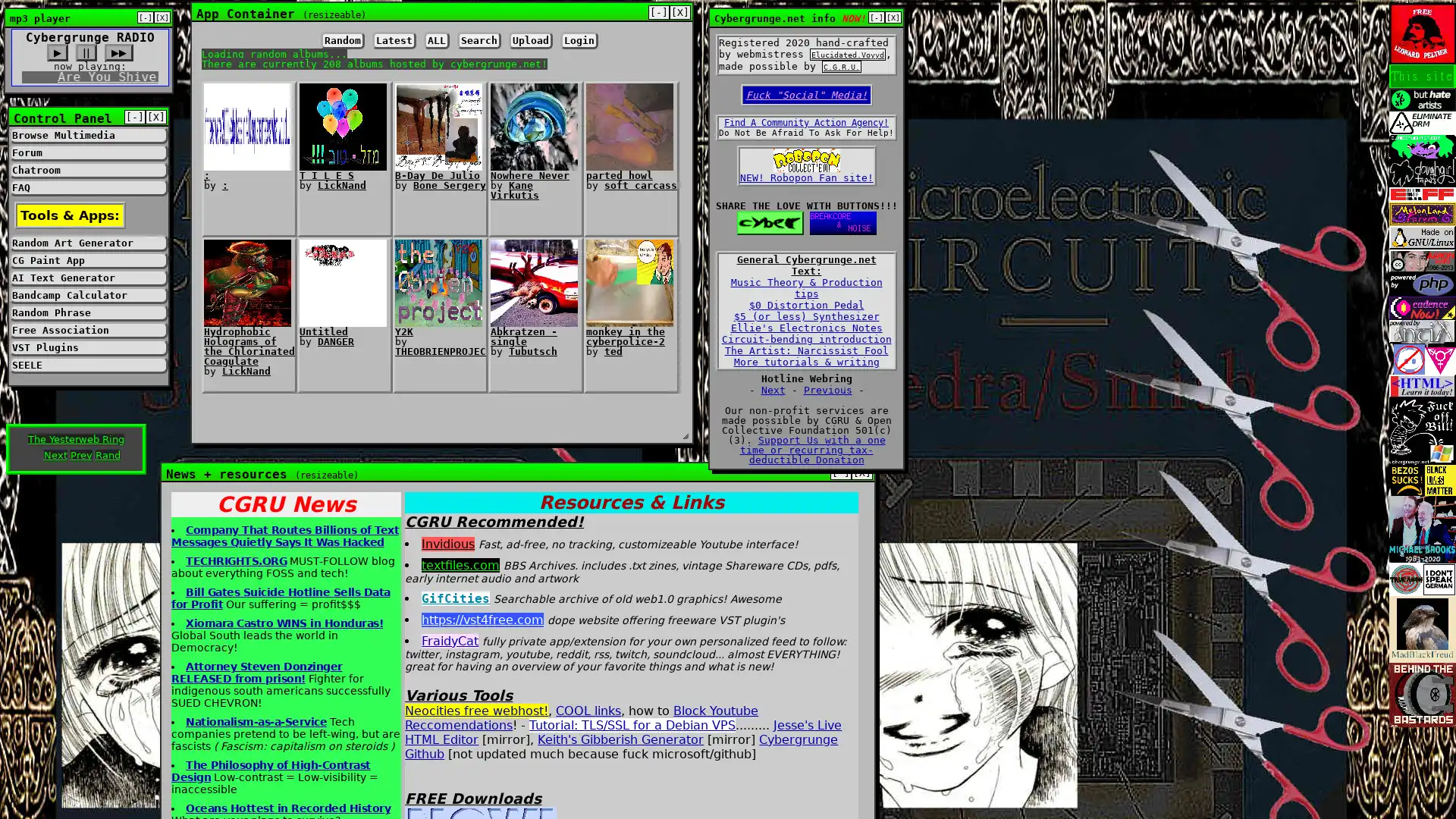 The width and height of the screenshot is (1456, 819). I want to click on Free Association, so click(87, 329).